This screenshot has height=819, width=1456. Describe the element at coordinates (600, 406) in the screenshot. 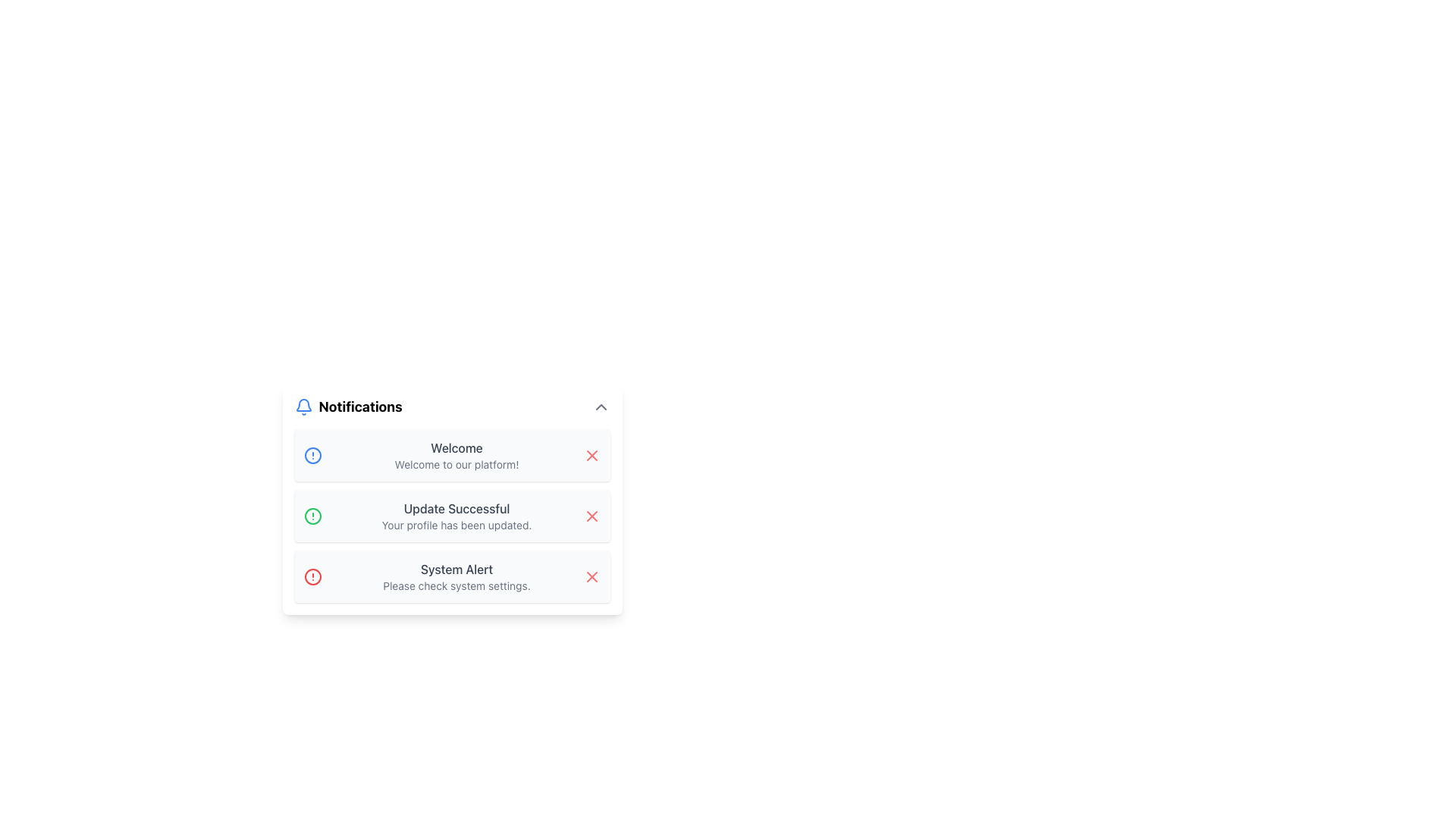

I see `the upward-pointing chevron icon located at the far right of the 'Notifications' header section` at that location.